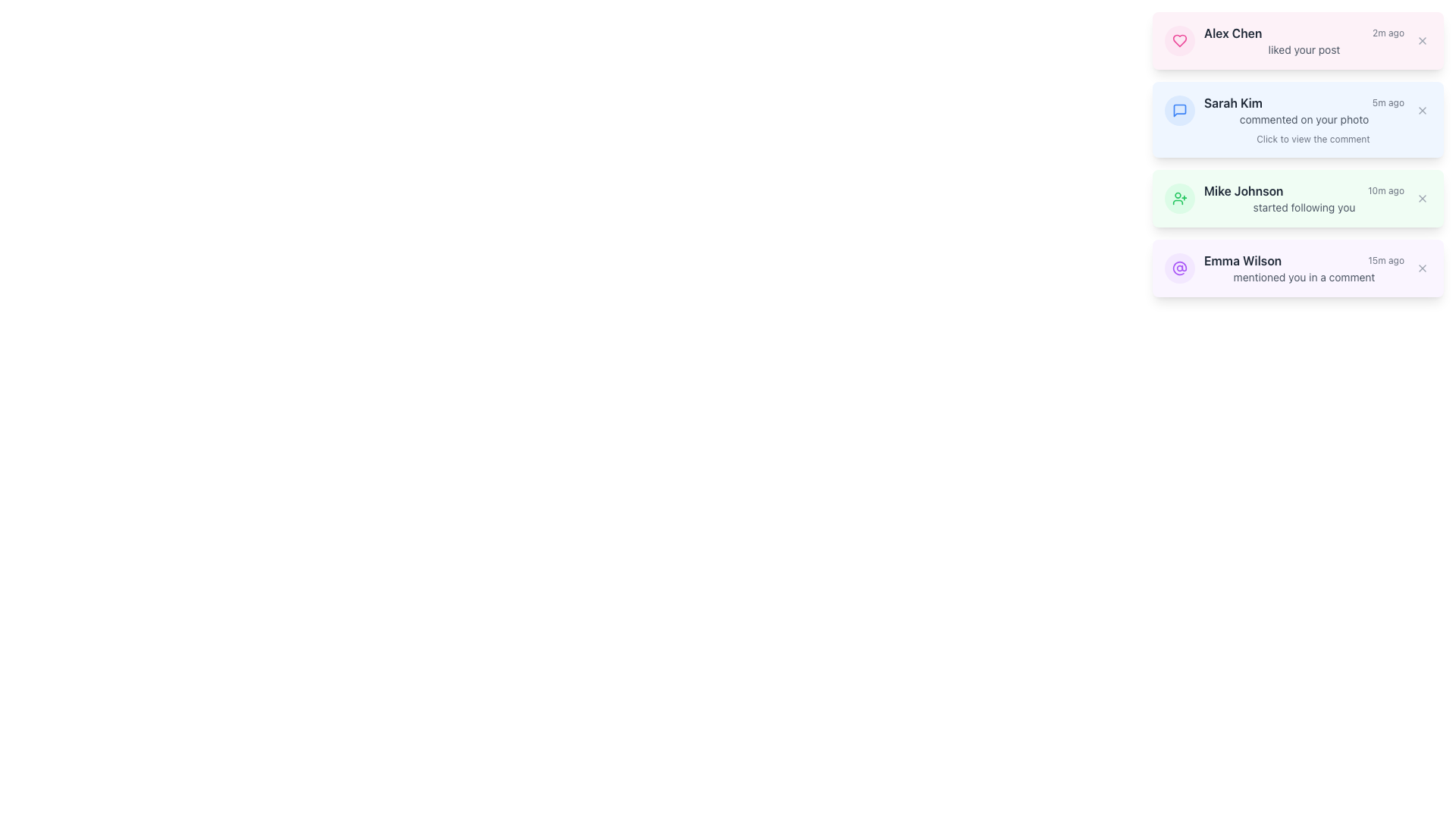  I want to click on the 'X' icon button located on the right side of Sarah Kim's comment notification, so click(1422, 110).